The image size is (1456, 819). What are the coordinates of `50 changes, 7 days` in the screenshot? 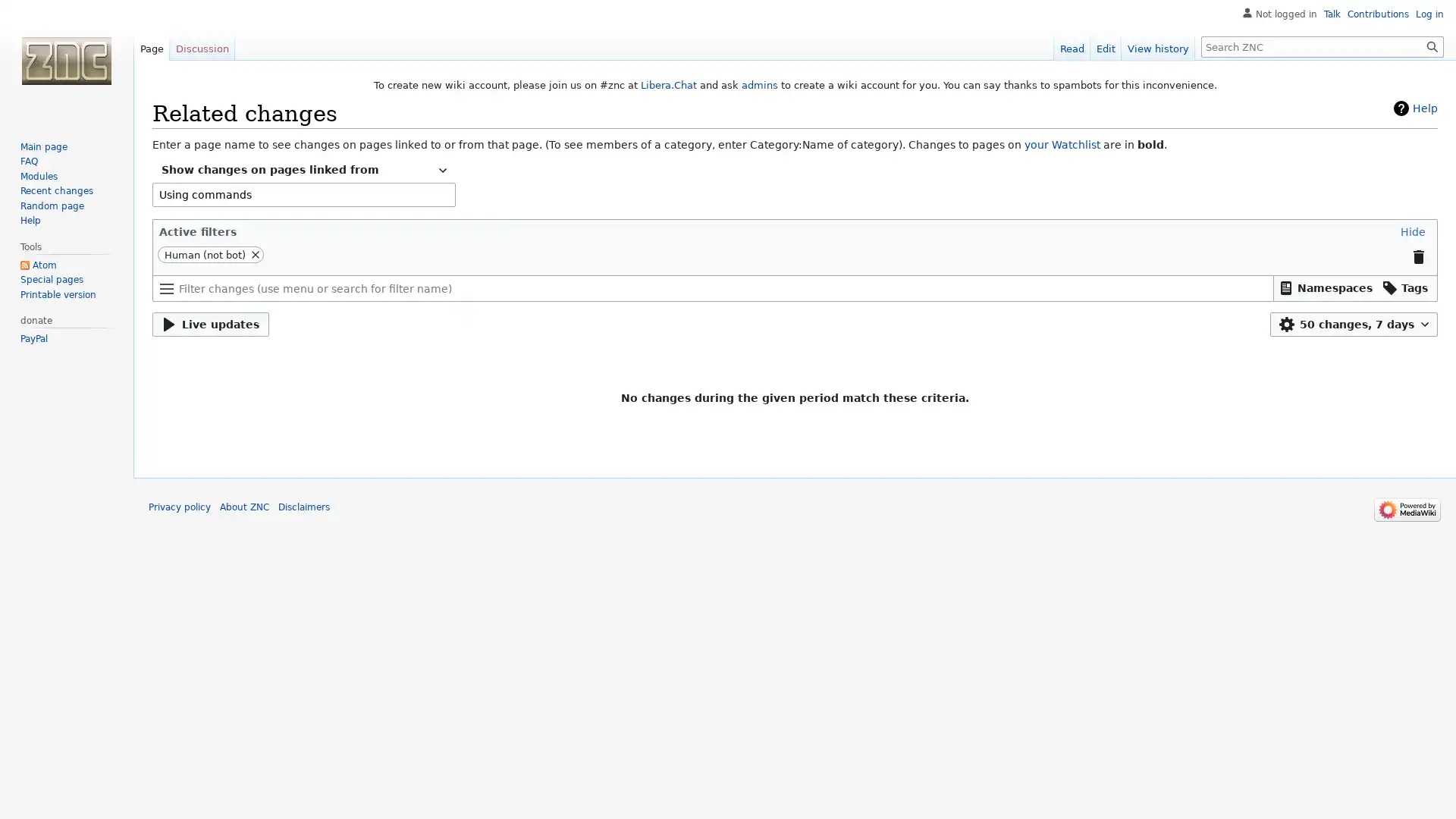 It's located at (1354, 324).